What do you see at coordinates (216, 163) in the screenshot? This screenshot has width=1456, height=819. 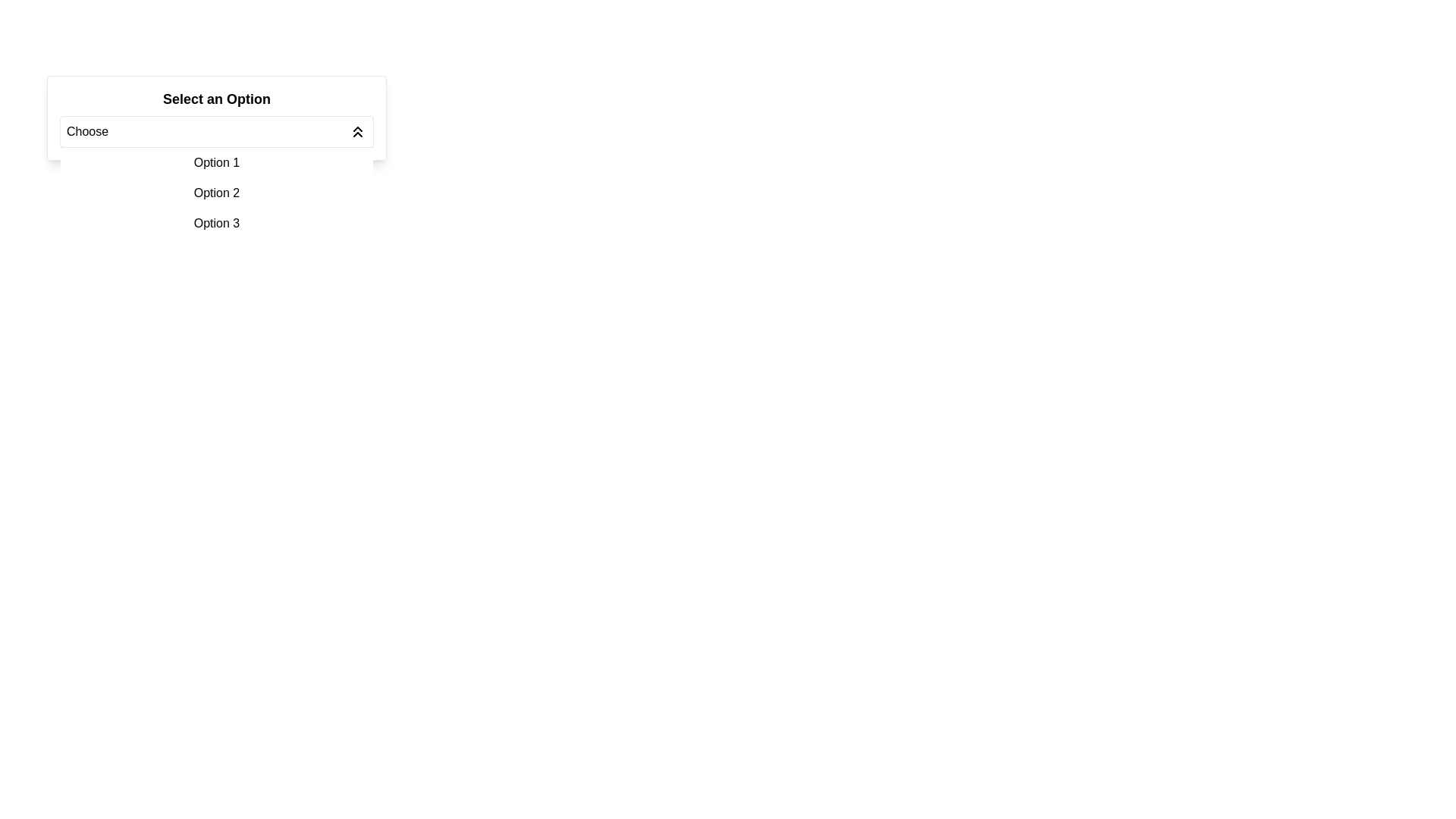 I see `the first list item labeled 'Option 1' in the dropdown menu, which is styled with padding and a hover effect that changes the background color` at bounding box center [216, 163].